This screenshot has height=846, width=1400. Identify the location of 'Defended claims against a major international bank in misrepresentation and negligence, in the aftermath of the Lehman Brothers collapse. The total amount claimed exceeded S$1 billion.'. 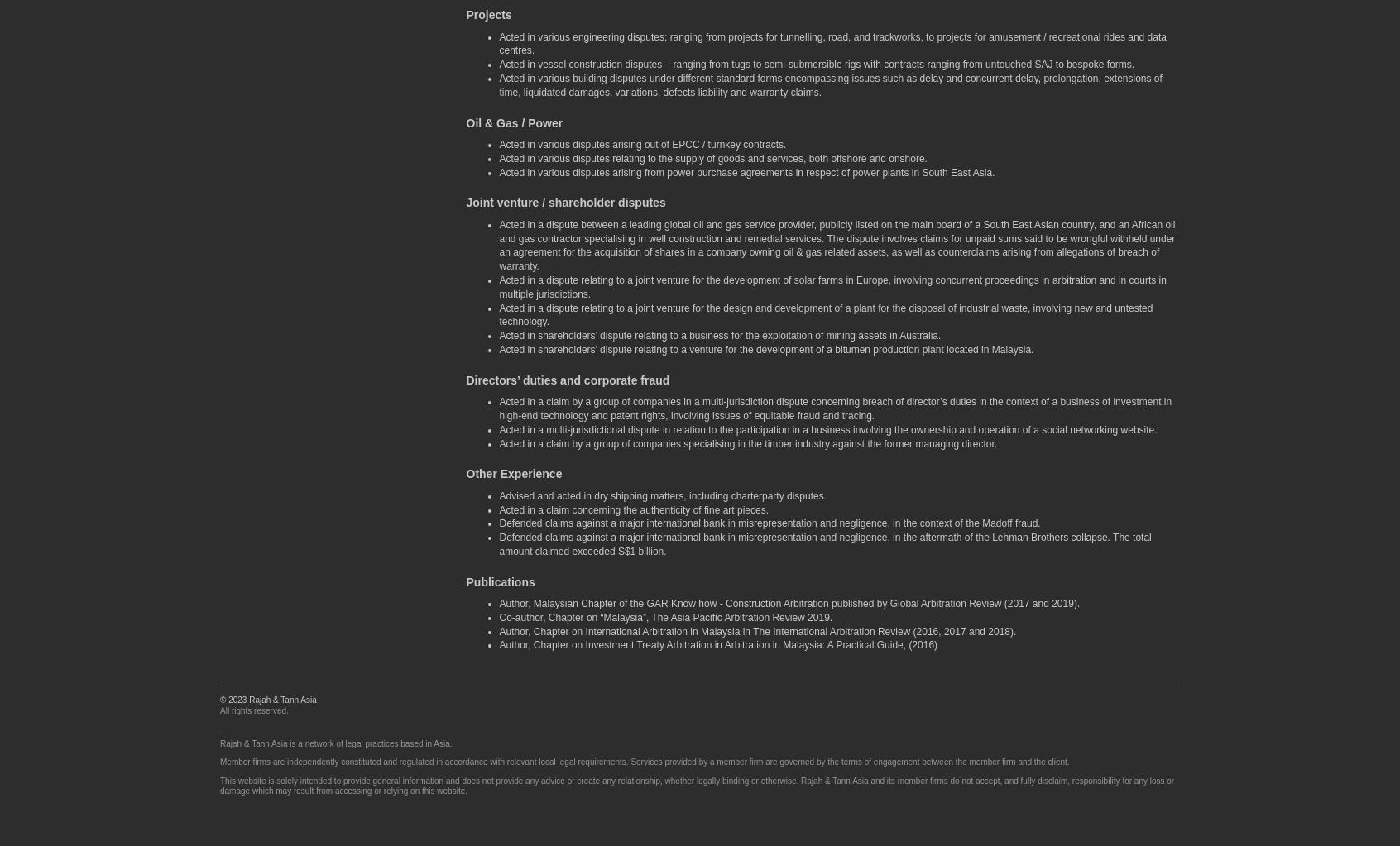
(823, 543).